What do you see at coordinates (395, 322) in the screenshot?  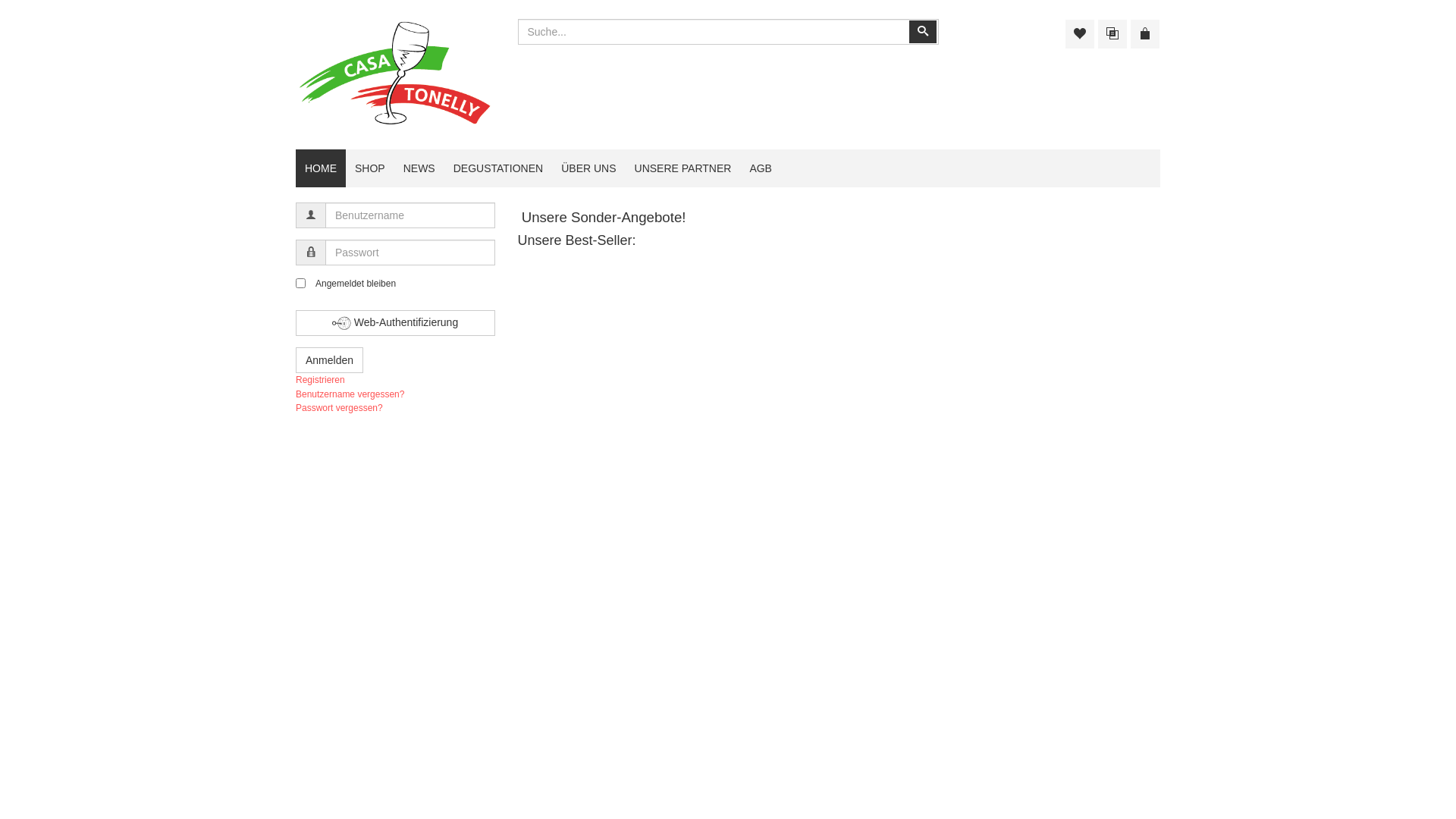 I see `'Web-Authentifizierung'` at bounding box center [395, 322].